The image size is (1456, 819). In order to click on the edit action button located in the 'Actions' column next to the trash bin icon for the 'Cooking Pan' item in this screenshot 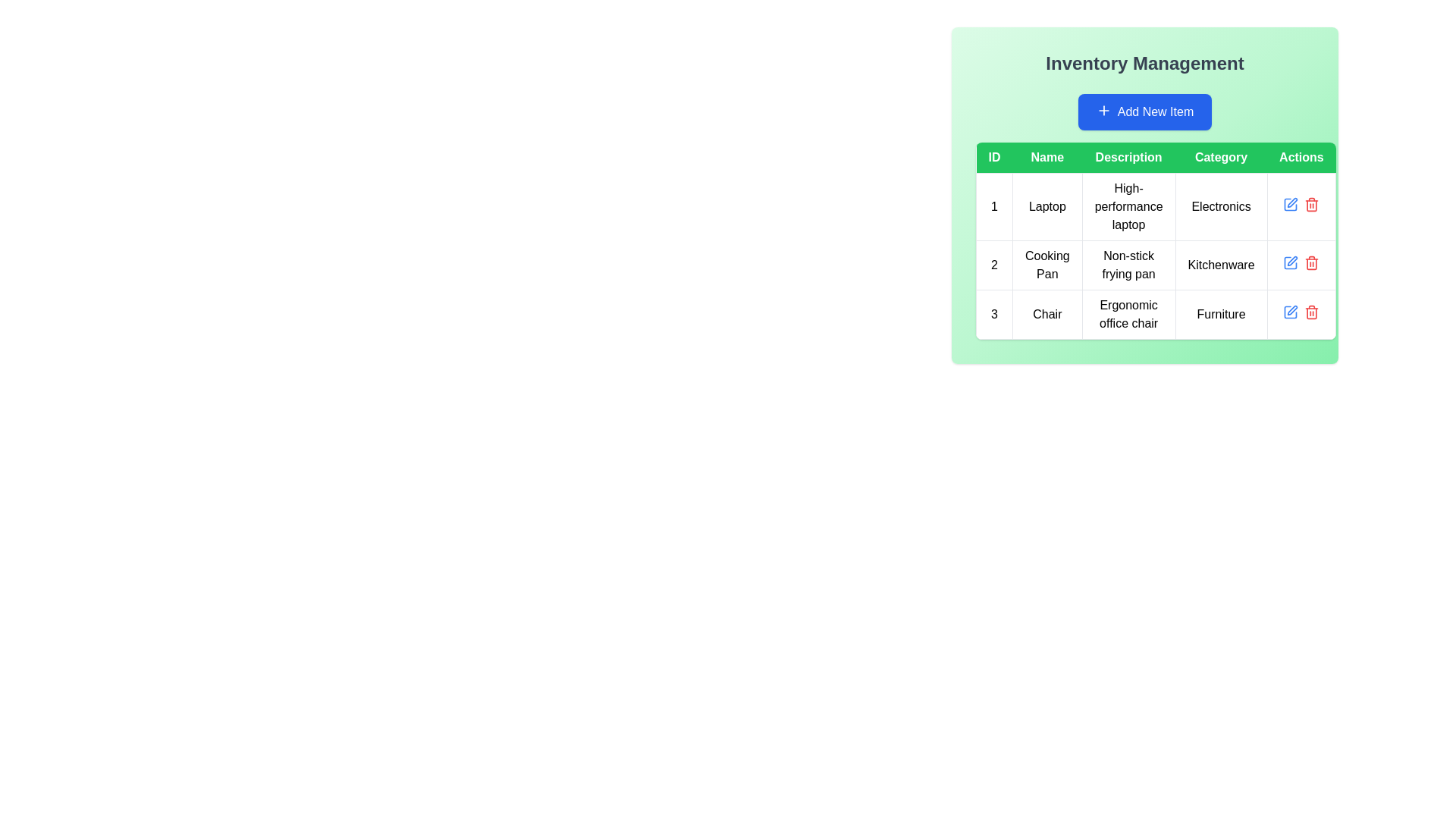, I will do `click(1291, 259)`.